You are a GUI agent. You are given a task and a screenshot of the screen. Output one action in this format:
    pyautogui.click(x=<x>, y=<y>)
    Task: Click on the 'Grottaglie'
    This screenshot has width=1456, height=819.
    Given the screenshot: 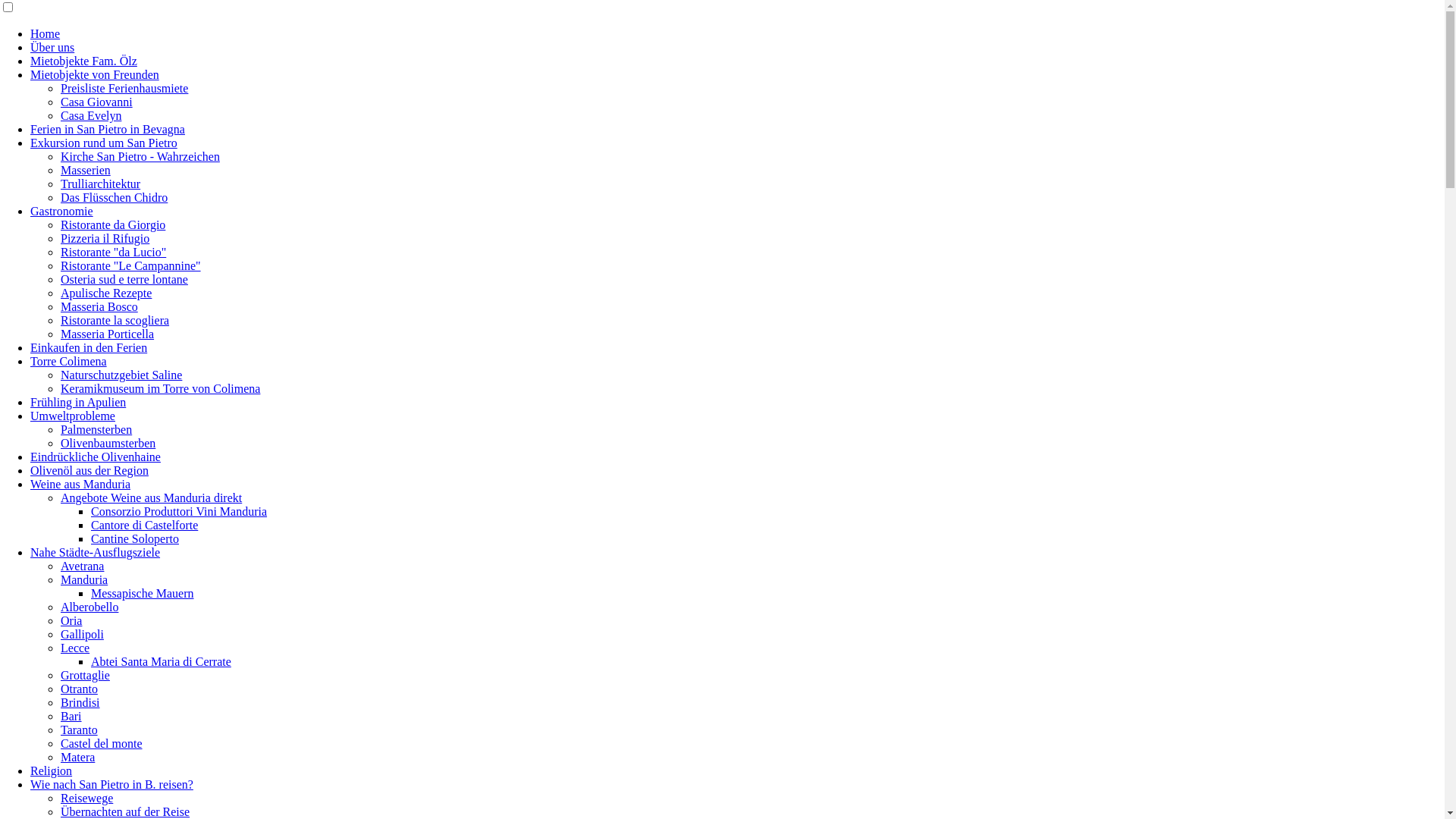 What is the action you would take?
    pyautogui.click(x=84, y=674)
    